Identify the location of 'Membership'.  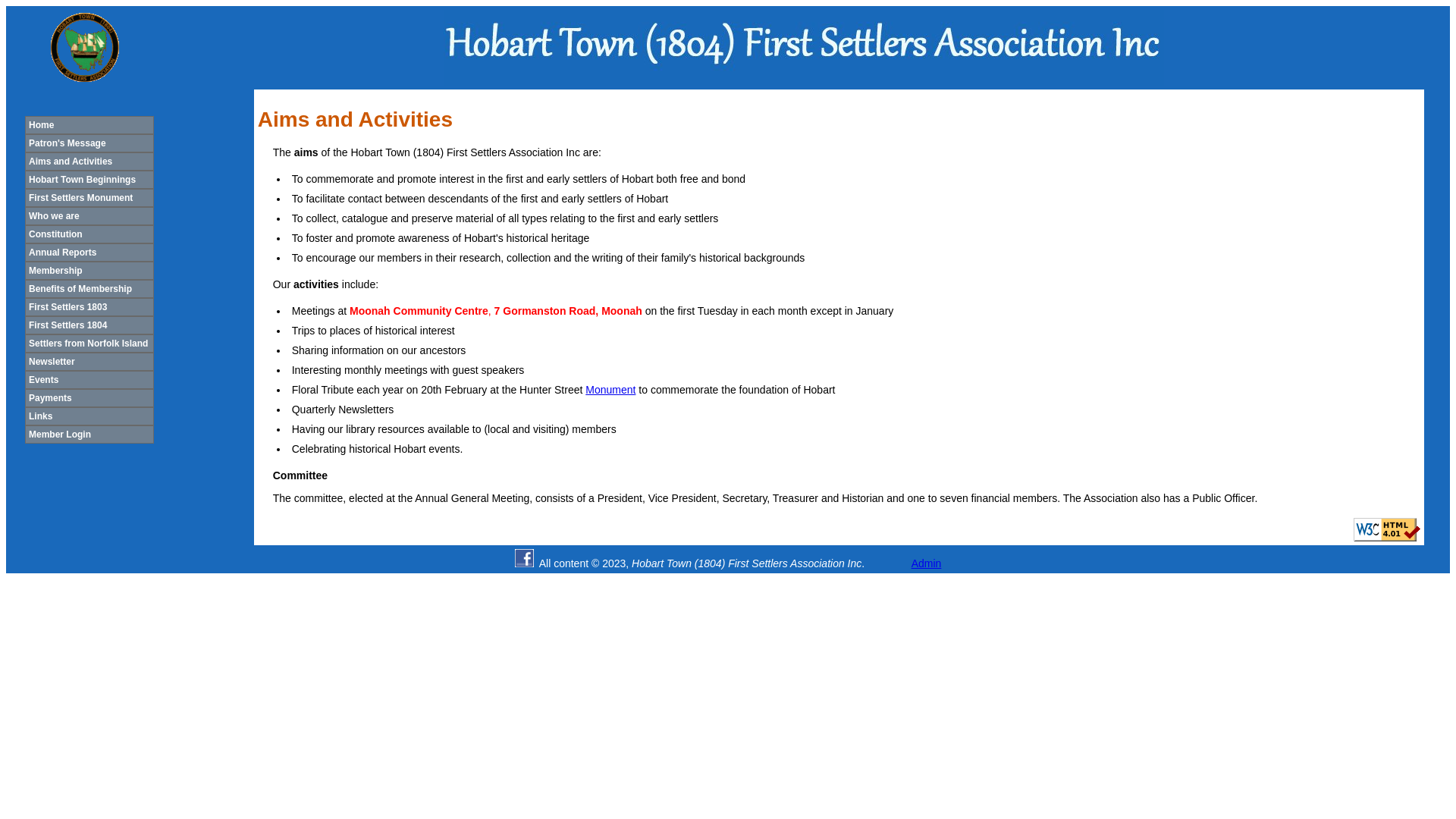
(89, 270).